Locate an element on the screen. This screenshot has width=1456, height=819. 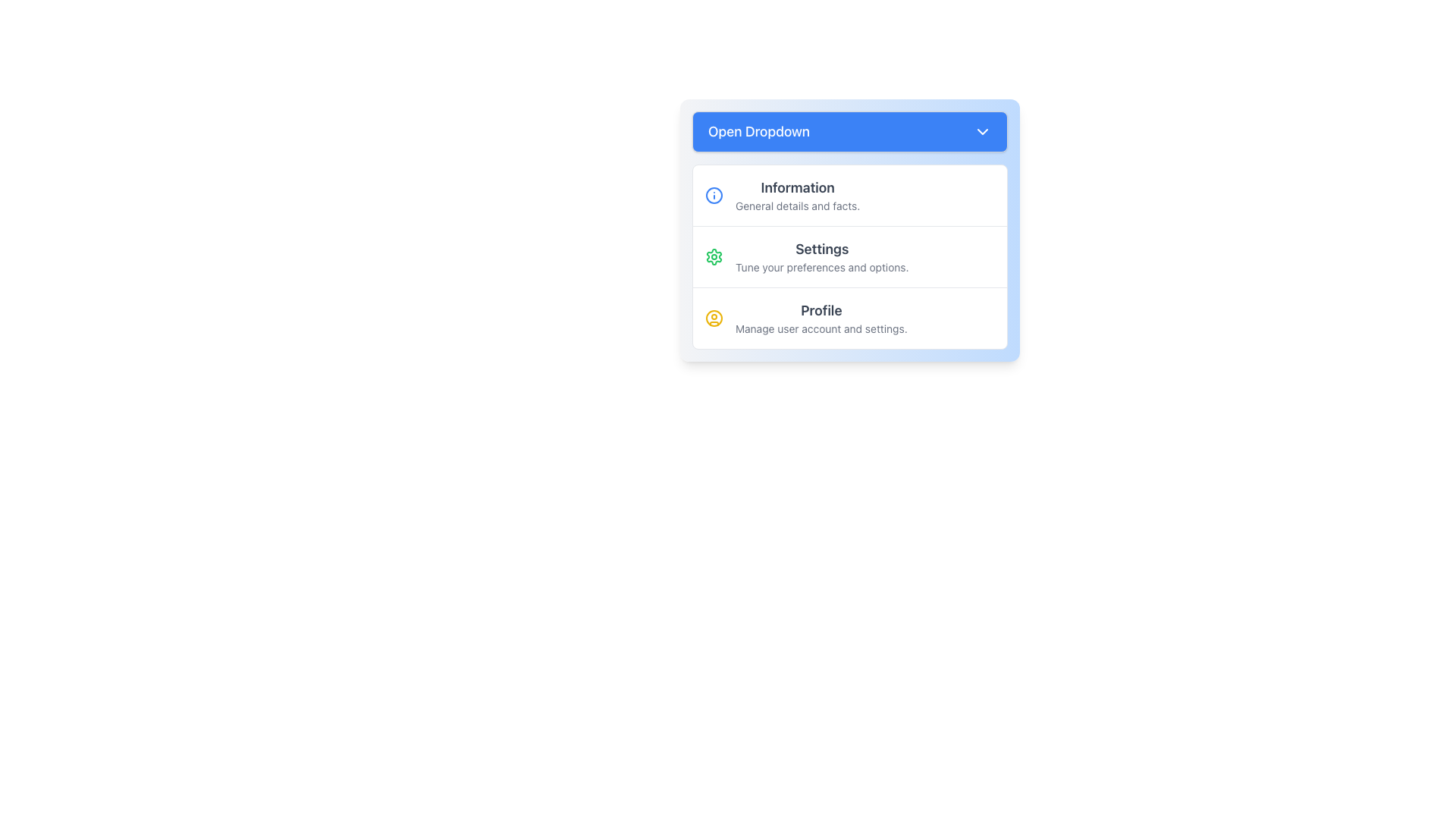
the second item in the dropdown menu list, which is the settings-related option is located at coordinates (850, 256).